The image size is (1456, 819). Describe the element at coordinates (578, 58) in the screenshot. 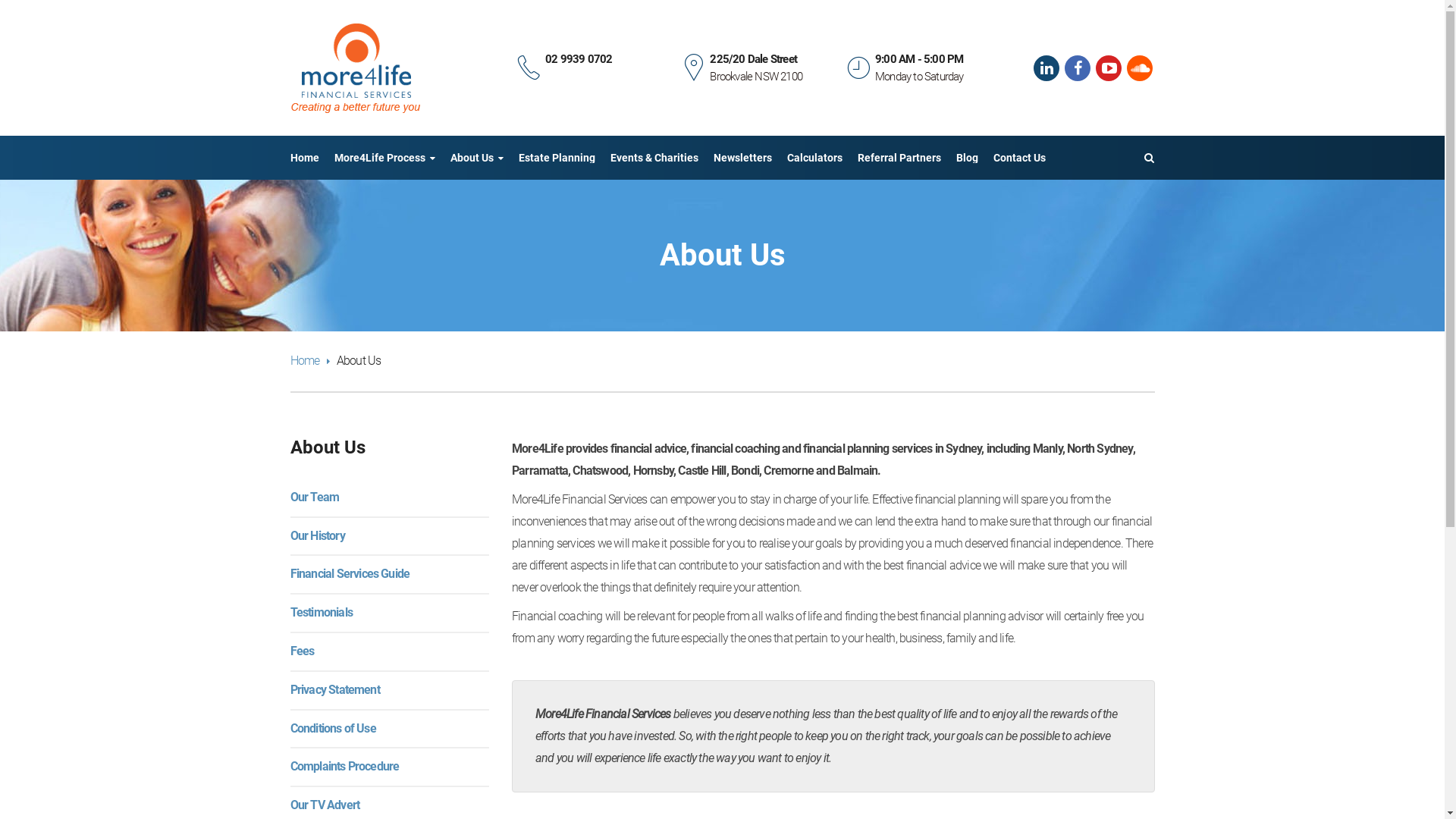

I see `'02 9939 0702'` at that location.